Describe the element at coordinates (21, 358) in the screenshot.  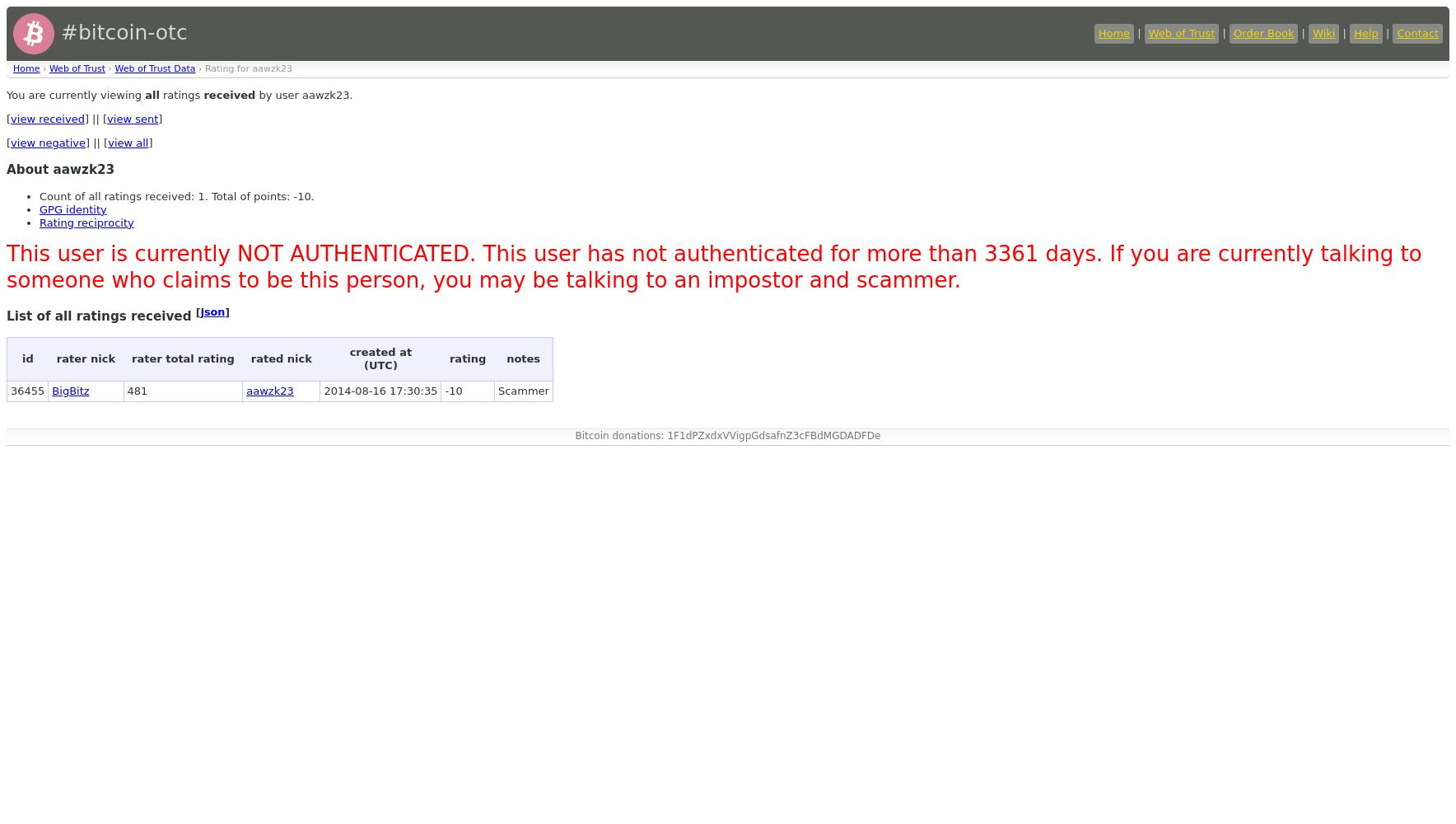
I see `'id'` at that location.